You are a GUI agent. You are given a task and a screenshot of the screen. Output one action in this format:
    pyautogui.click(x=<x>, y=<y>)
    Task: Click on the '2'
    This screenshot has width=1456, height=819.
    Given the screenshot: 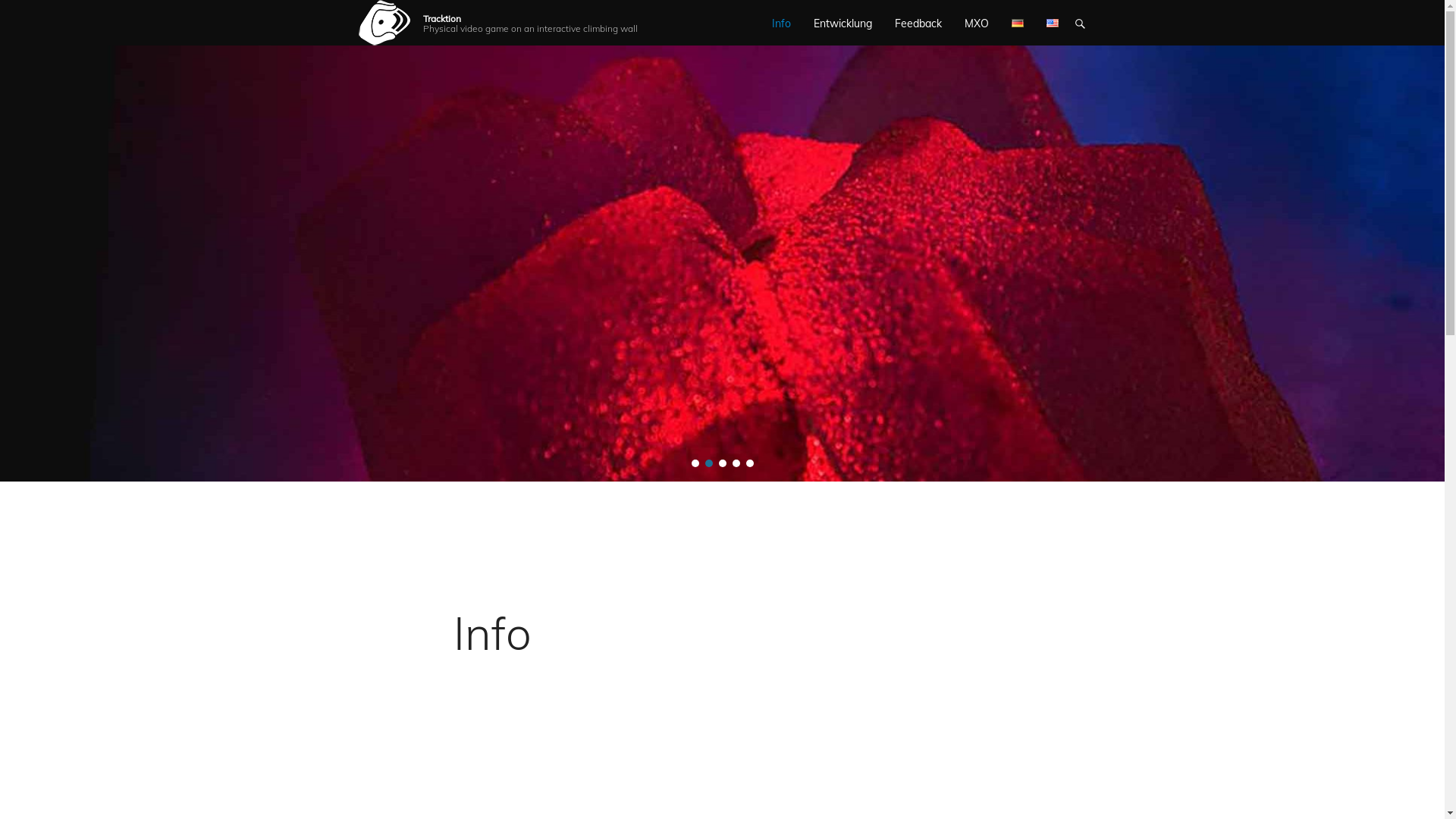 What is the action you would take?
    pyautogui.click(x=708, y=462)
    